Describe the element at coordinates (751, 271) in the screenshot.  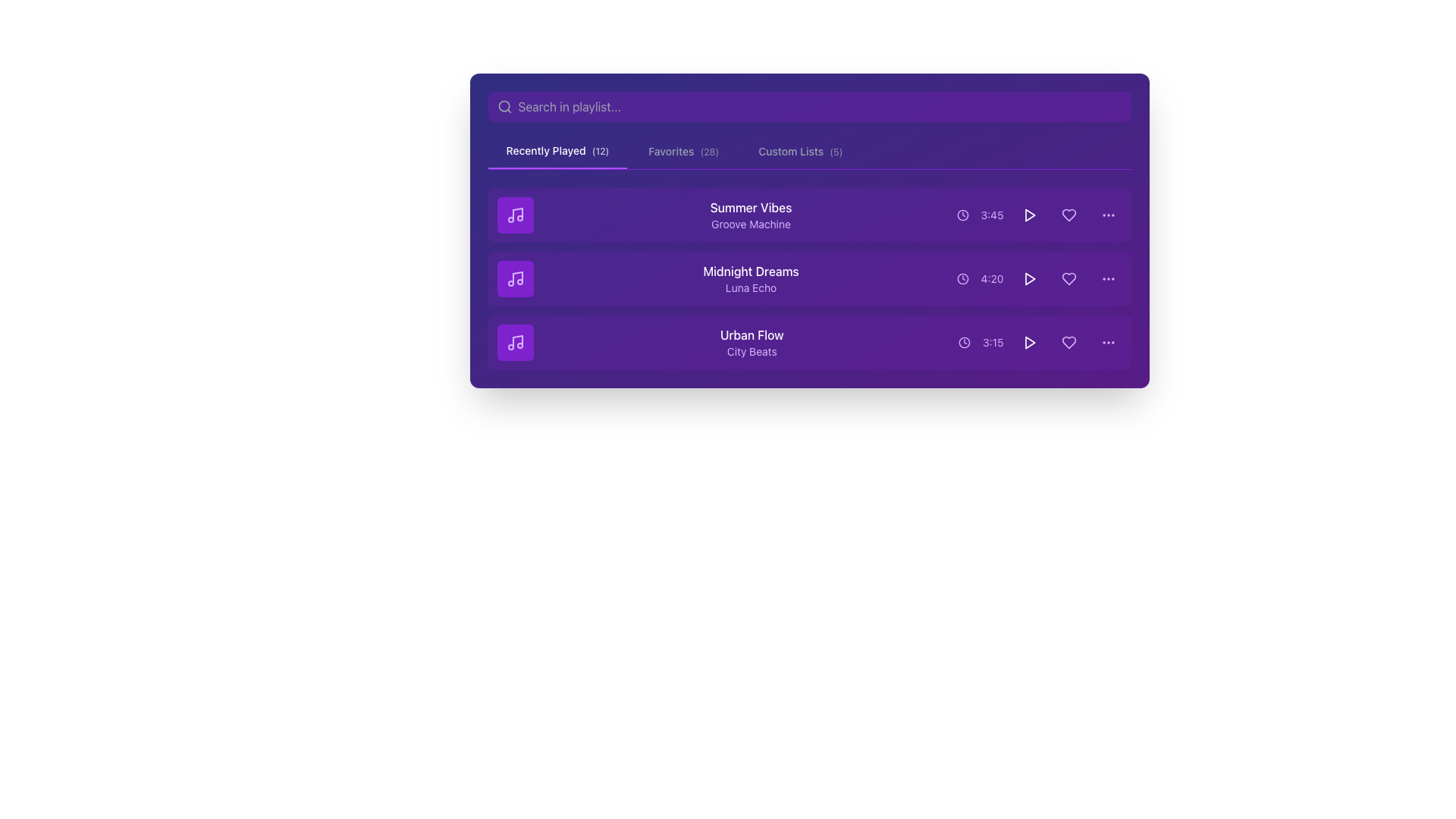
I see `the title text label for the audio or playlist item, which is located centrally within the list item, above the secondary text labeled 'Luna Echo'` at that location.